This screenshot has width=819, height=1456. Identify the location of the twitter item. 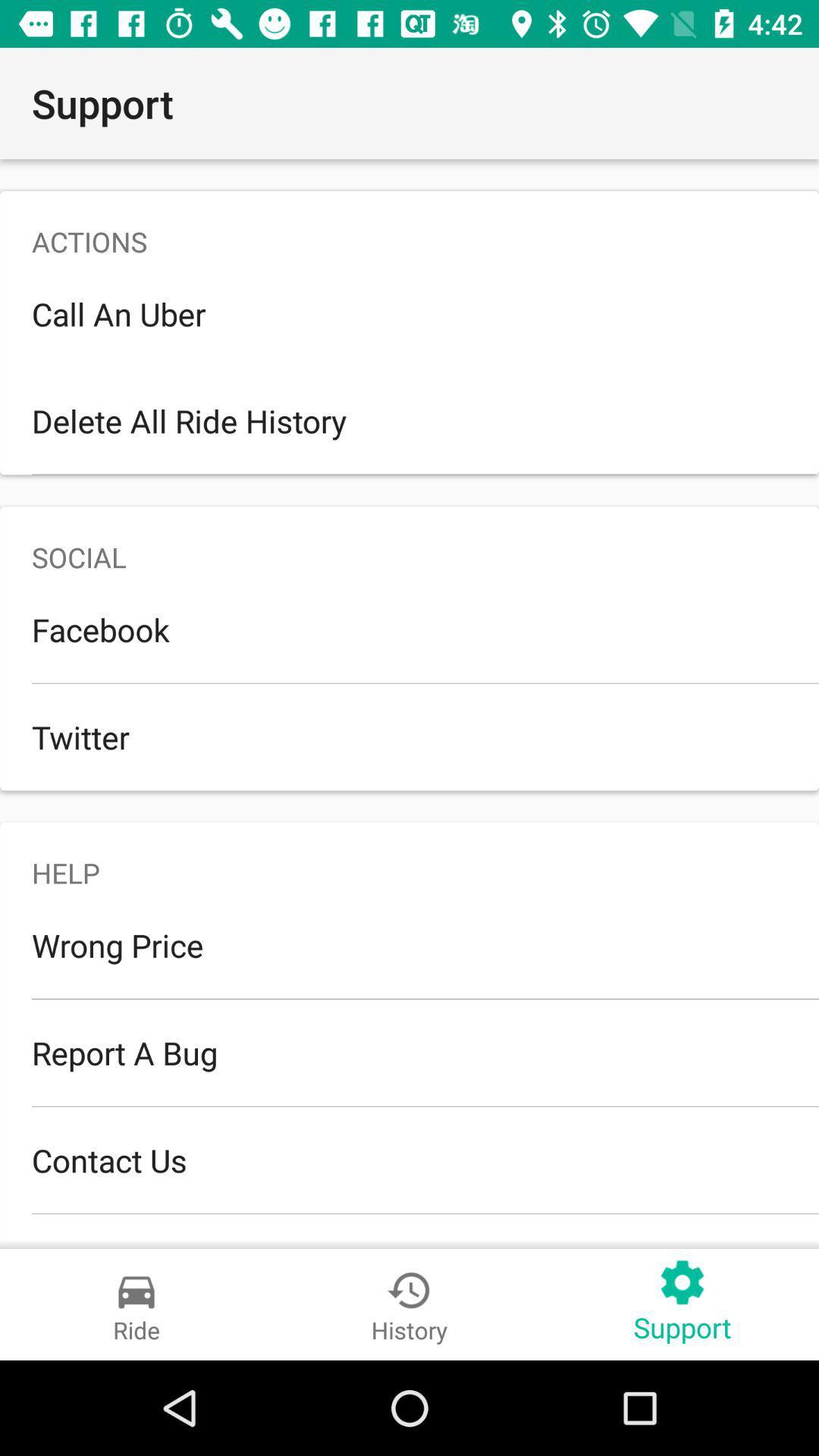
(409, 736).